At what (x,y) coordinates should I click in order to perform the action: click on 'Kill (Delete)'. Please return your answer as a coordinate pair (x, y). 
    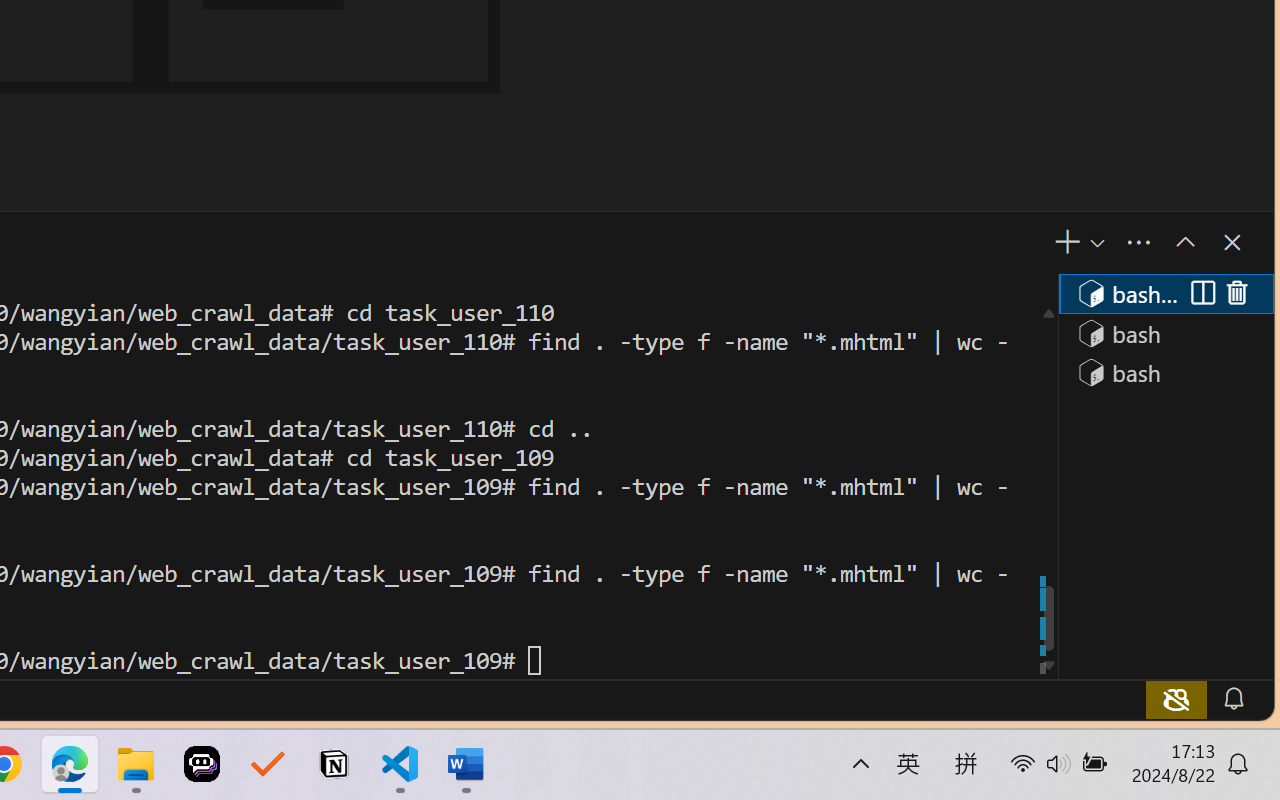
    Looking at the image, I should click on (1235, 293).